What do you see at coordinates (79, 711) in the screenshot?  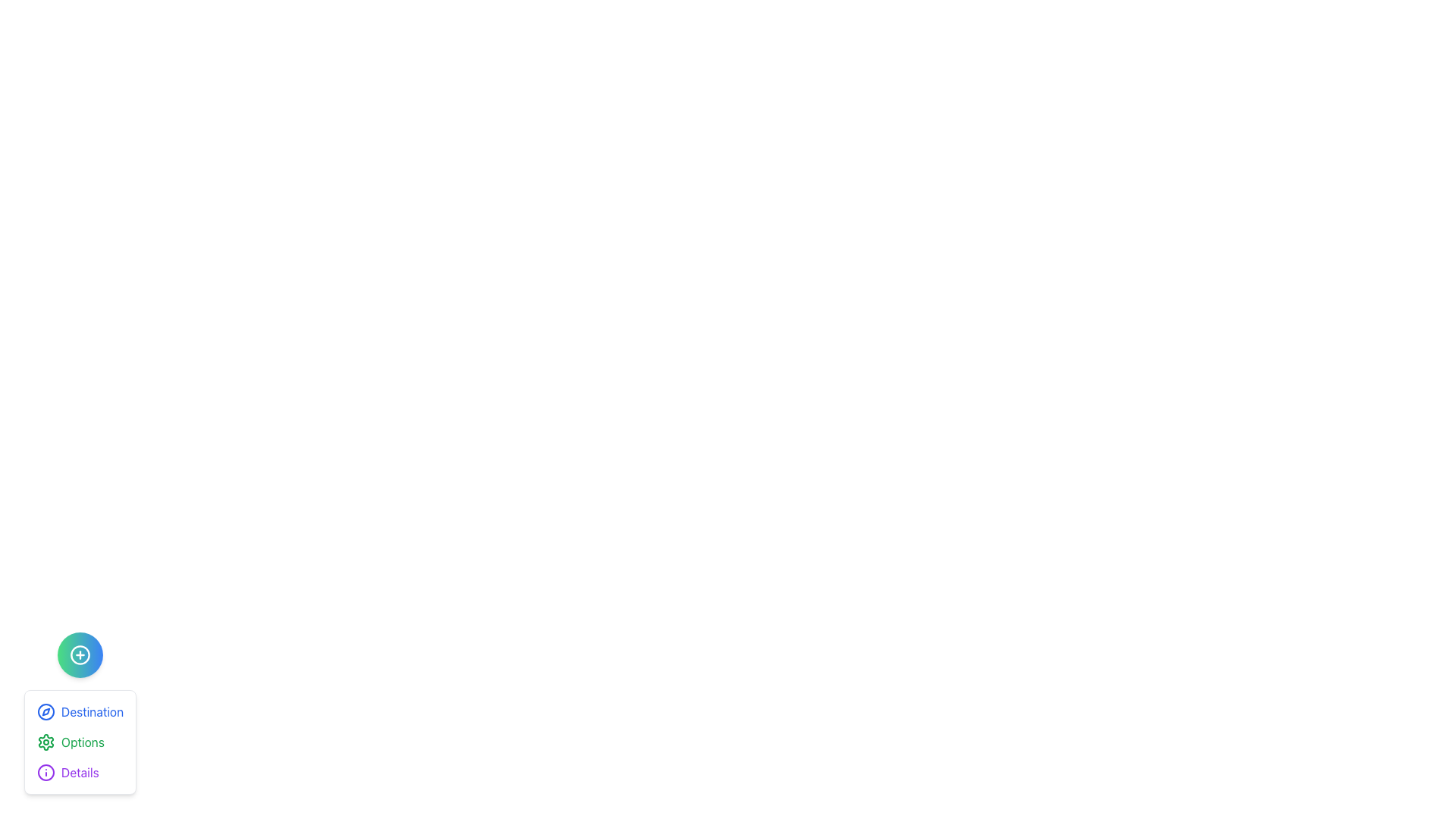 I see `the Interactive Text Link labeled 'Destination' with a compass icon` at bounding box center [79, 711].